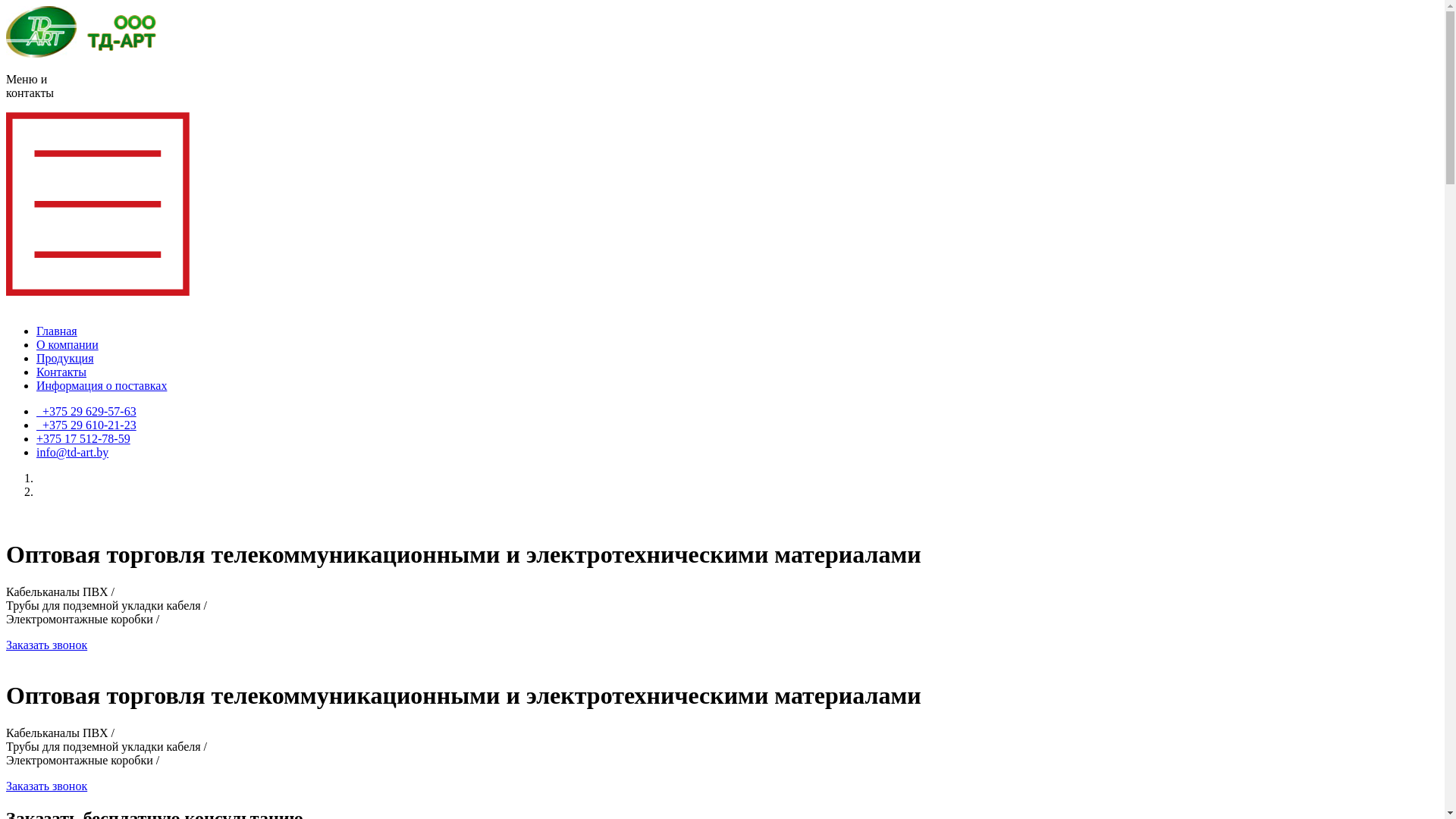 This screenshot has width=1456, height=819. I want to click on 'info@td-art.by', so click(71, 451).